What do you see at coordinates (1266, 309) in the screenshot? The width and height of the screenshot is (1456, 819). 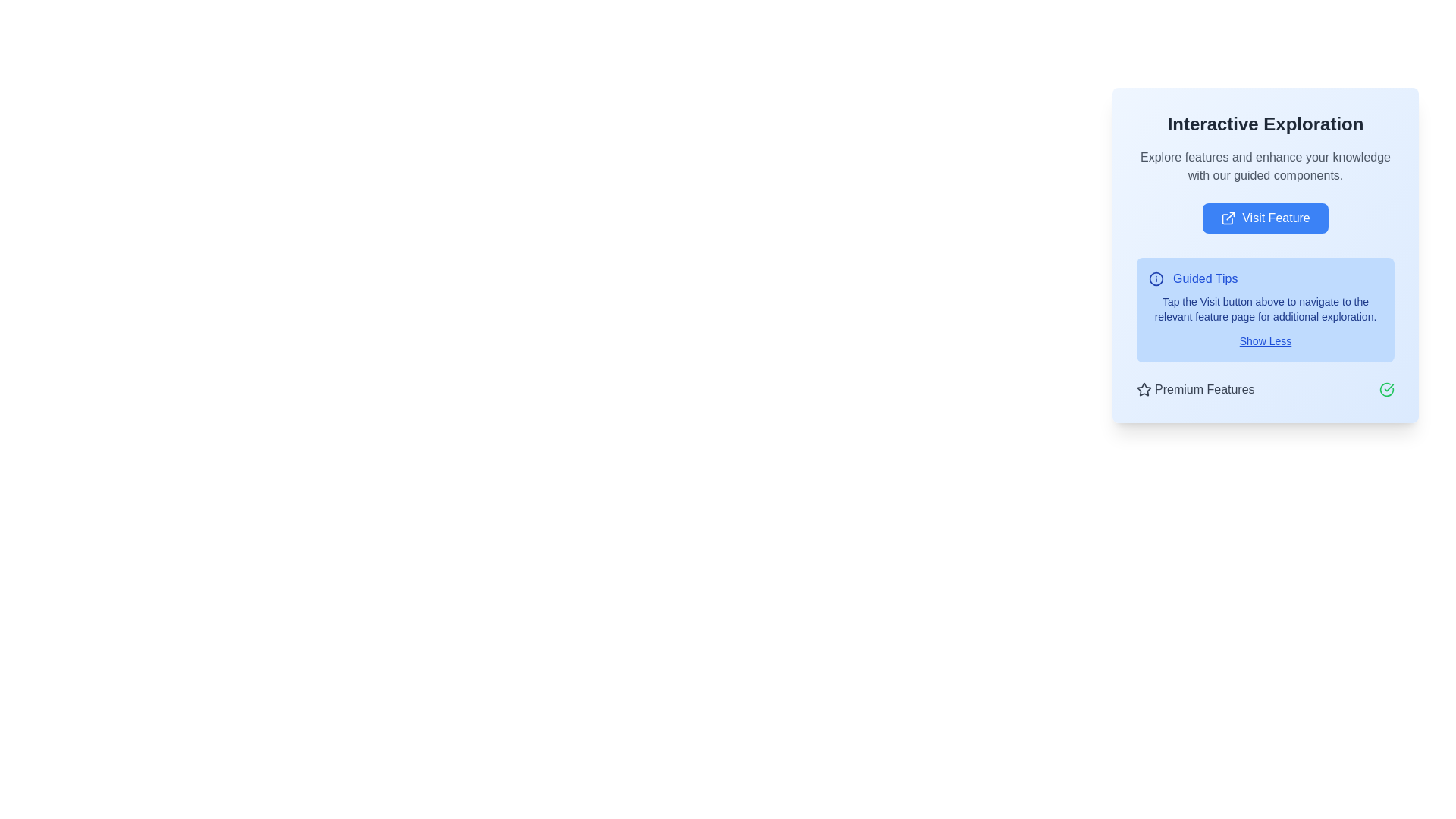 I see `text element that is styled in blue and instructs to 'Tap the Visit button above to navigate to the relevant feature page for additional exploration.' This text is located within the 'Guided Tips' section, below the heading and above the 'Show Less' clickable text` at bounding box center [1266, 309].